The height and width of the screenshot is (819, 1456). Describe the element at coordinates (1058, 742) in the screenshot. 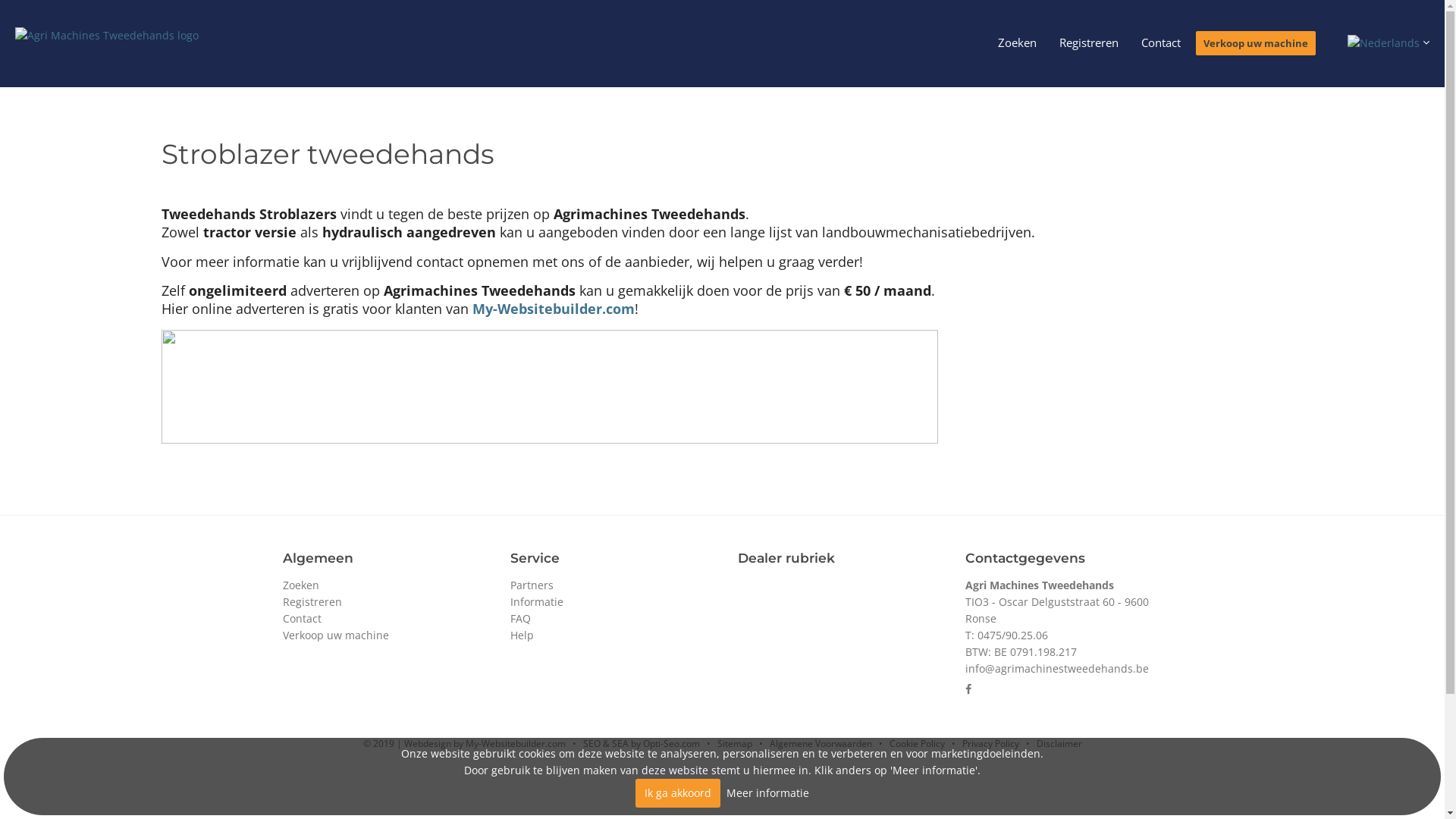

I see `'Disclaimer'` at that location.